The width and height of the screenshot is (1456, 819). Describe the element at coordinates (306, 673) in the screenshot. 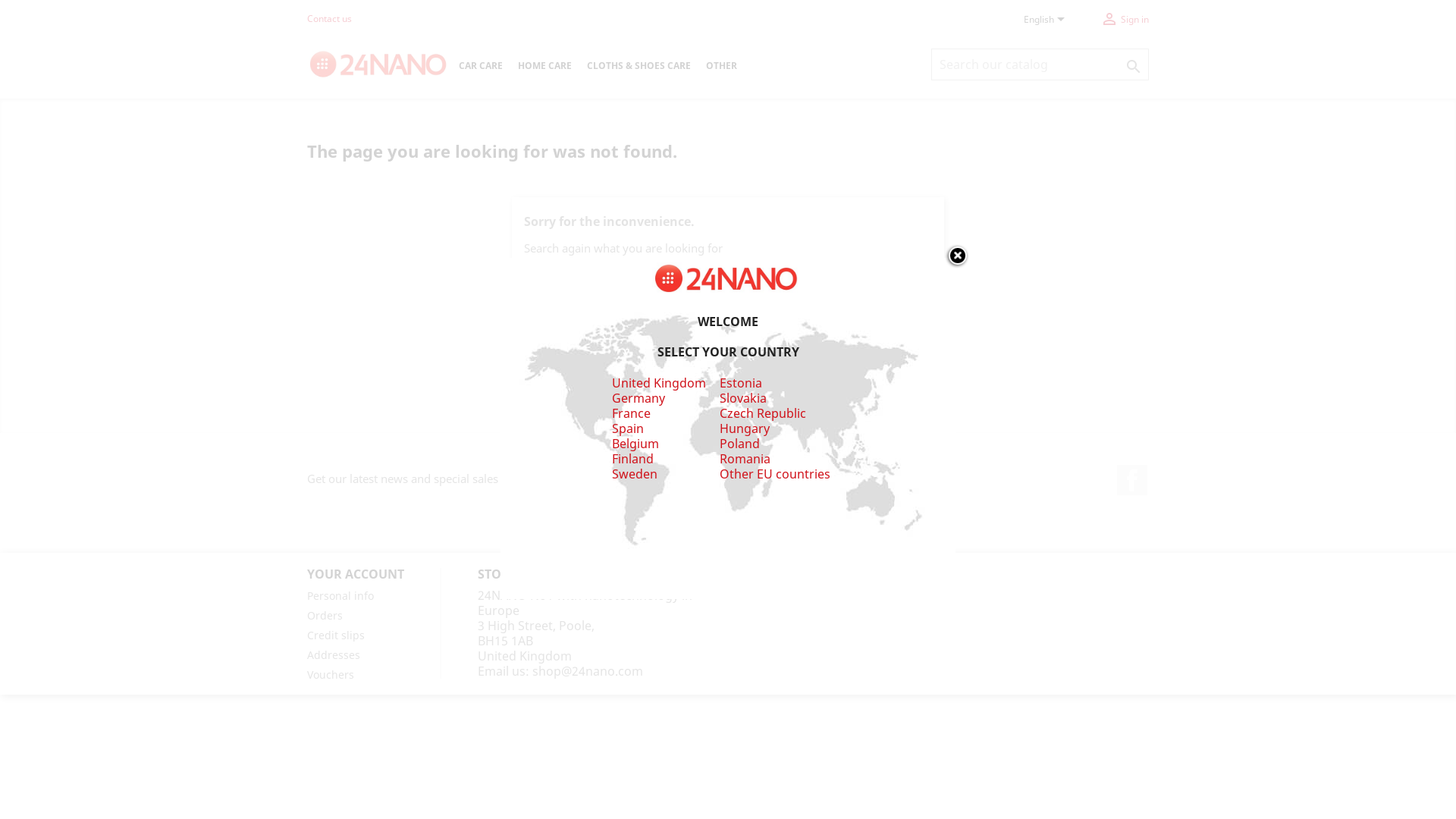

I see `'Vouchers'` at that location.